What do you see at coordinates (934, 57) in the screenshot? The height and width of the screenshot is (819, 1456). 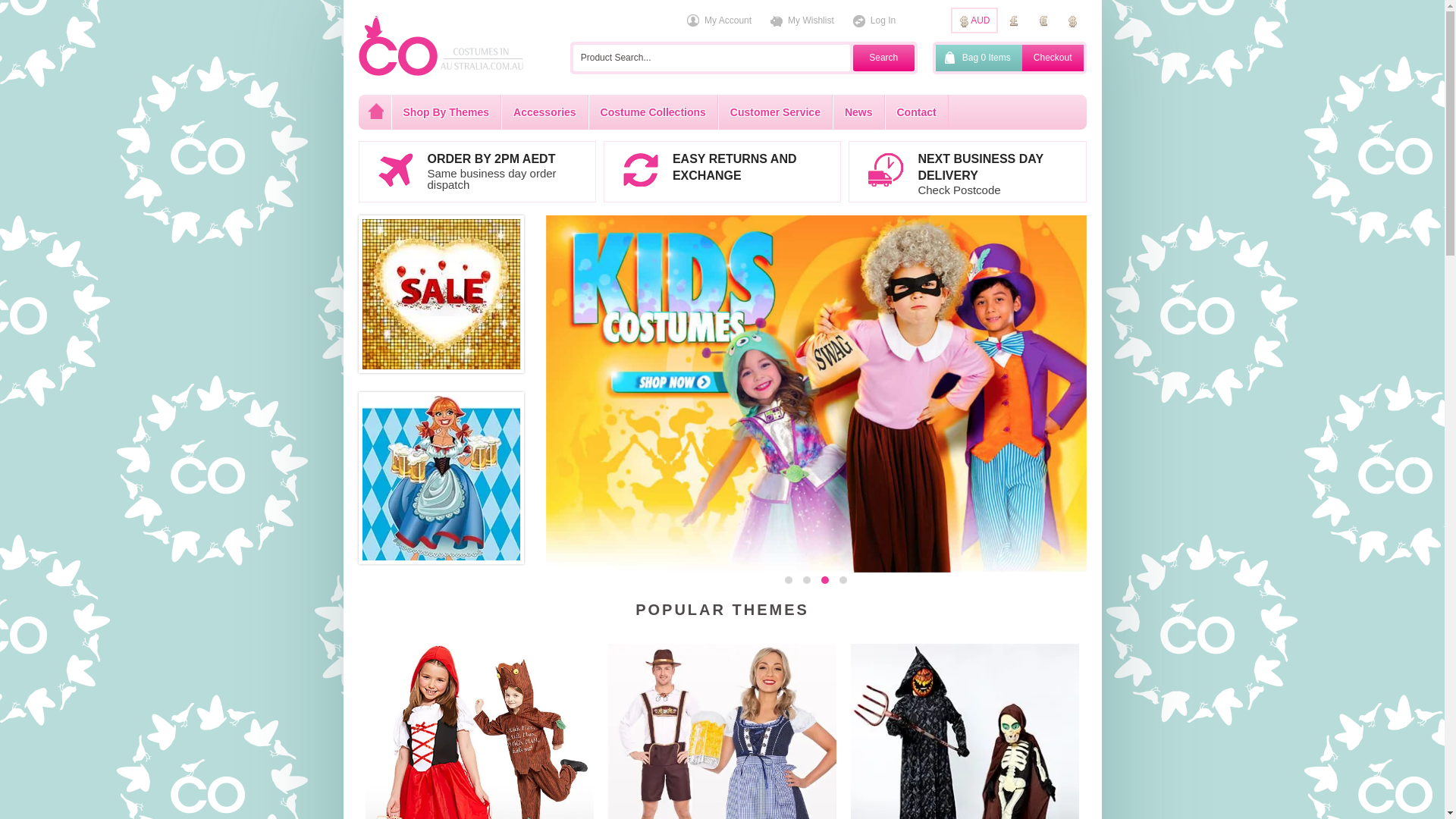 I see `'Bag 0 Items'` at bounding box center [934, 57].